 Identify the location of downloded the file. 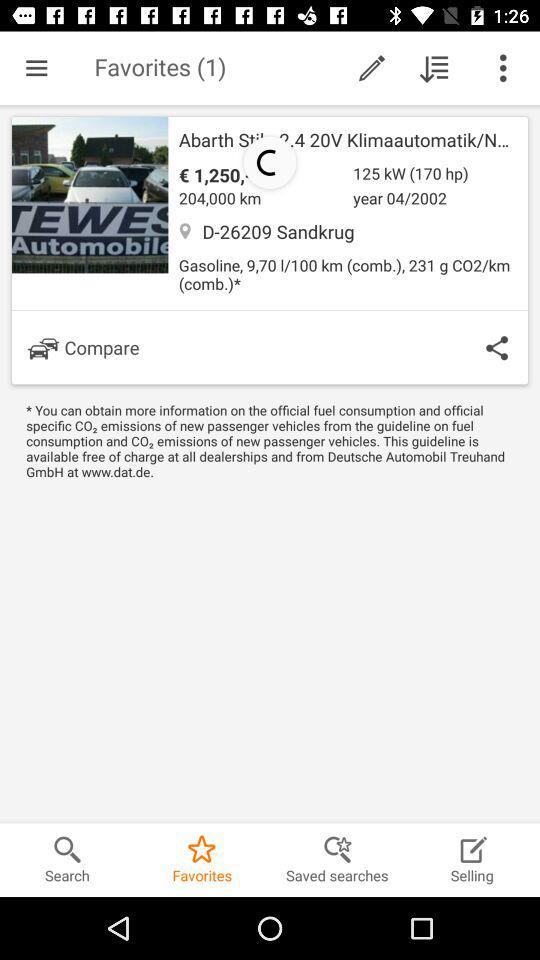
(434, 68).